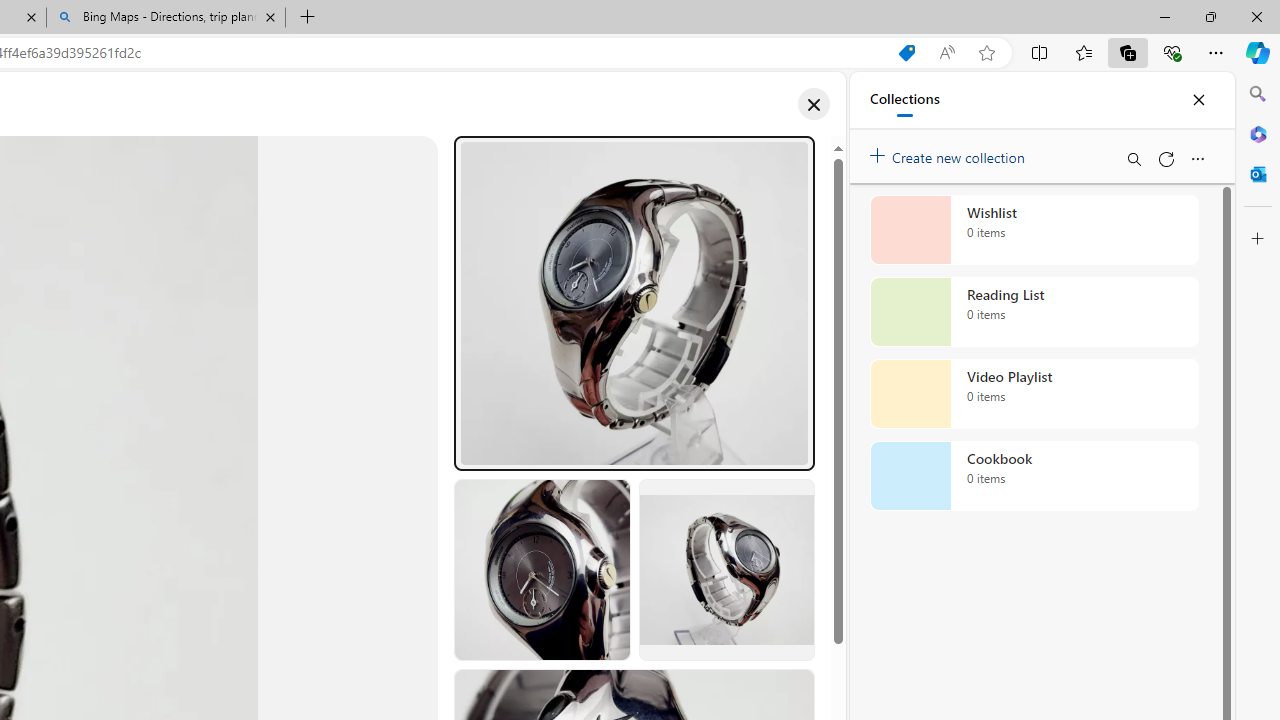 The image size is (1280, 720). What do you see at coordinates (1034, 394) in the screenshot?
I see `'Video Playlist collection, 0 items'` at bounding box center [1034, 394].